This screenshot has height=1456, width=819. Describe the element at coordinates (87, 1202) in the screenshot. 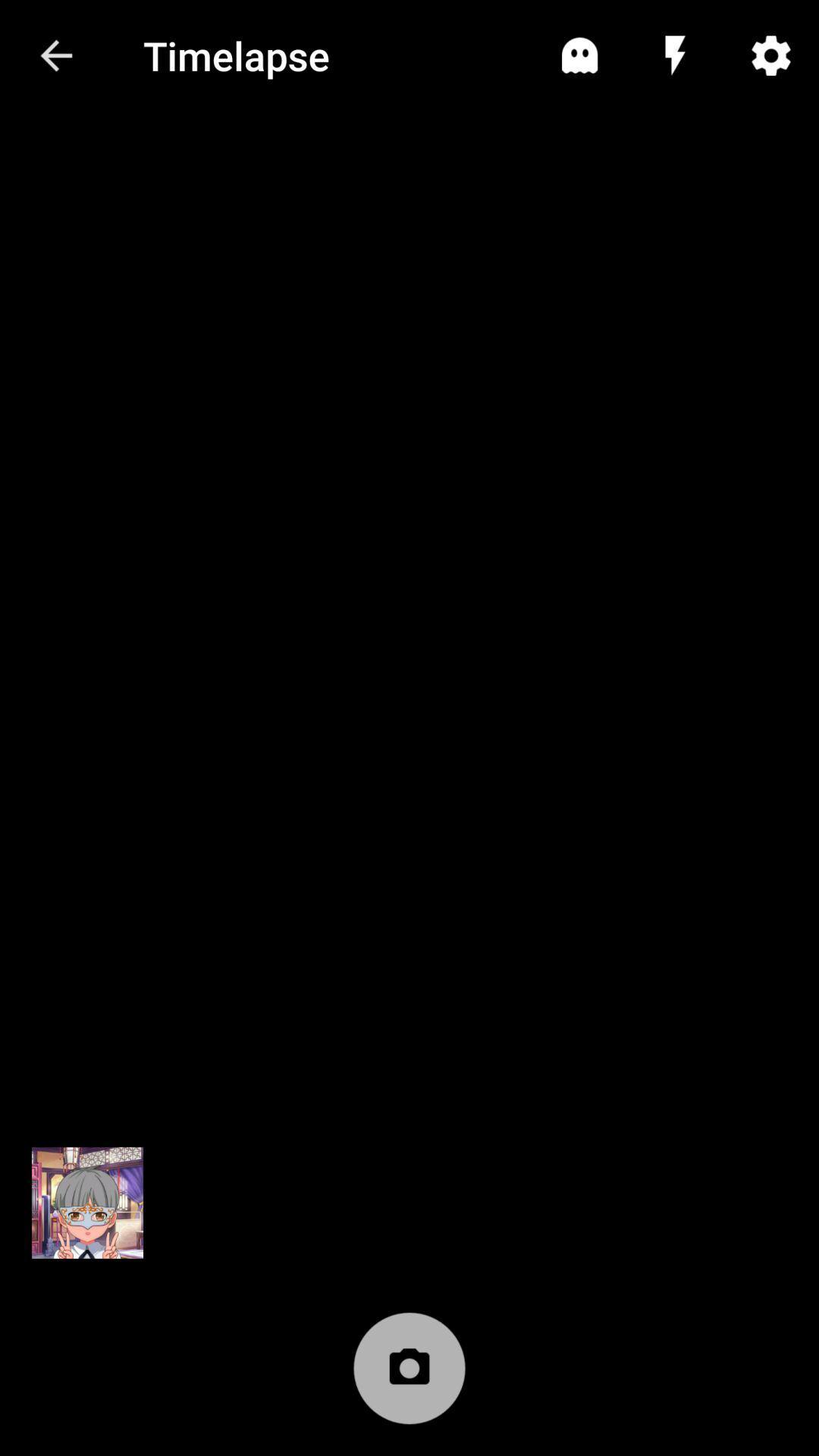

I see `icon at the bottom left corner` at that location.